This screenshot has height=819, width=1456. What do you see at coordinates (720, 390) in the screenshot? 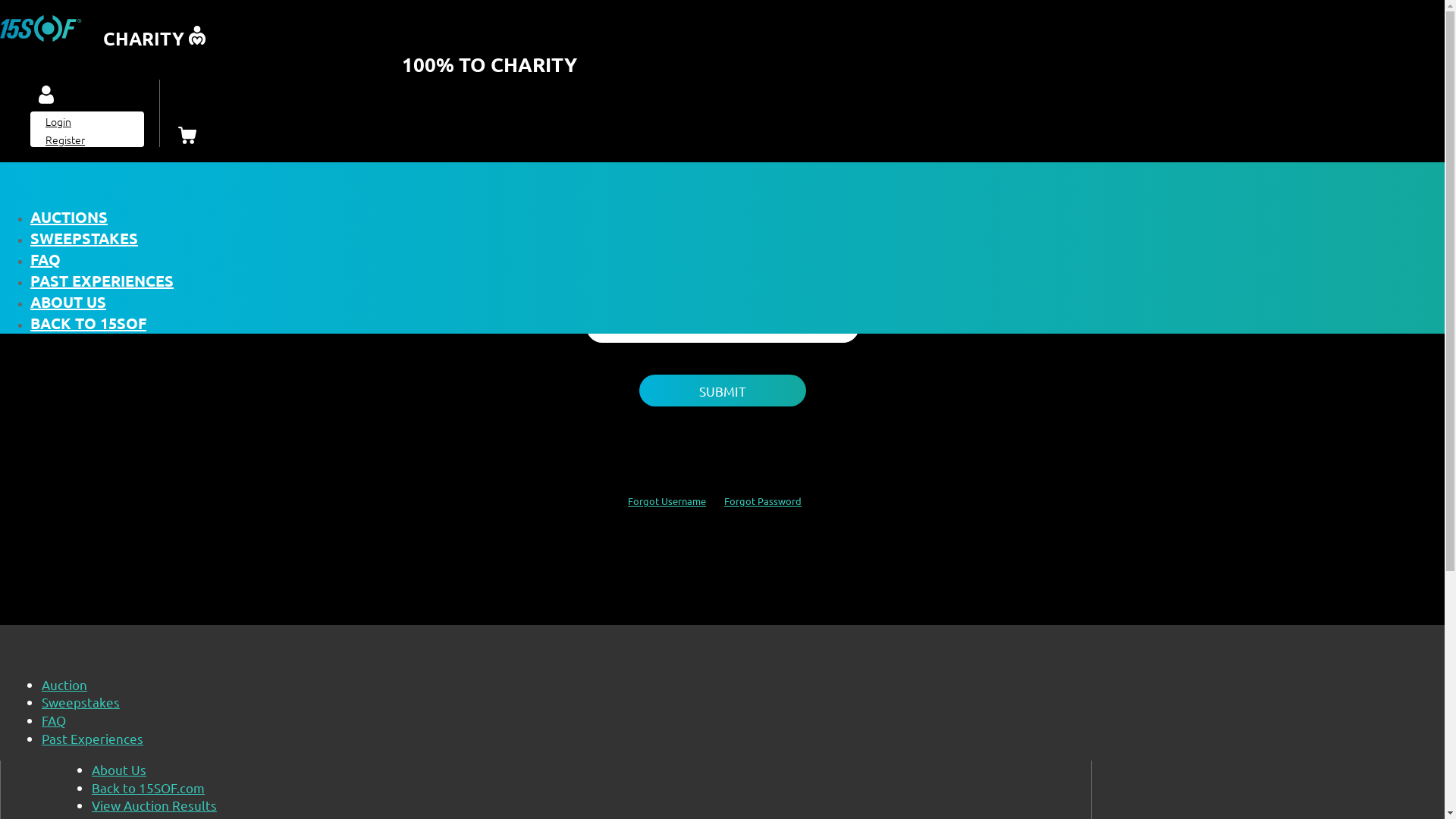
I see `'Submit'` at bounding box center [720, 390].